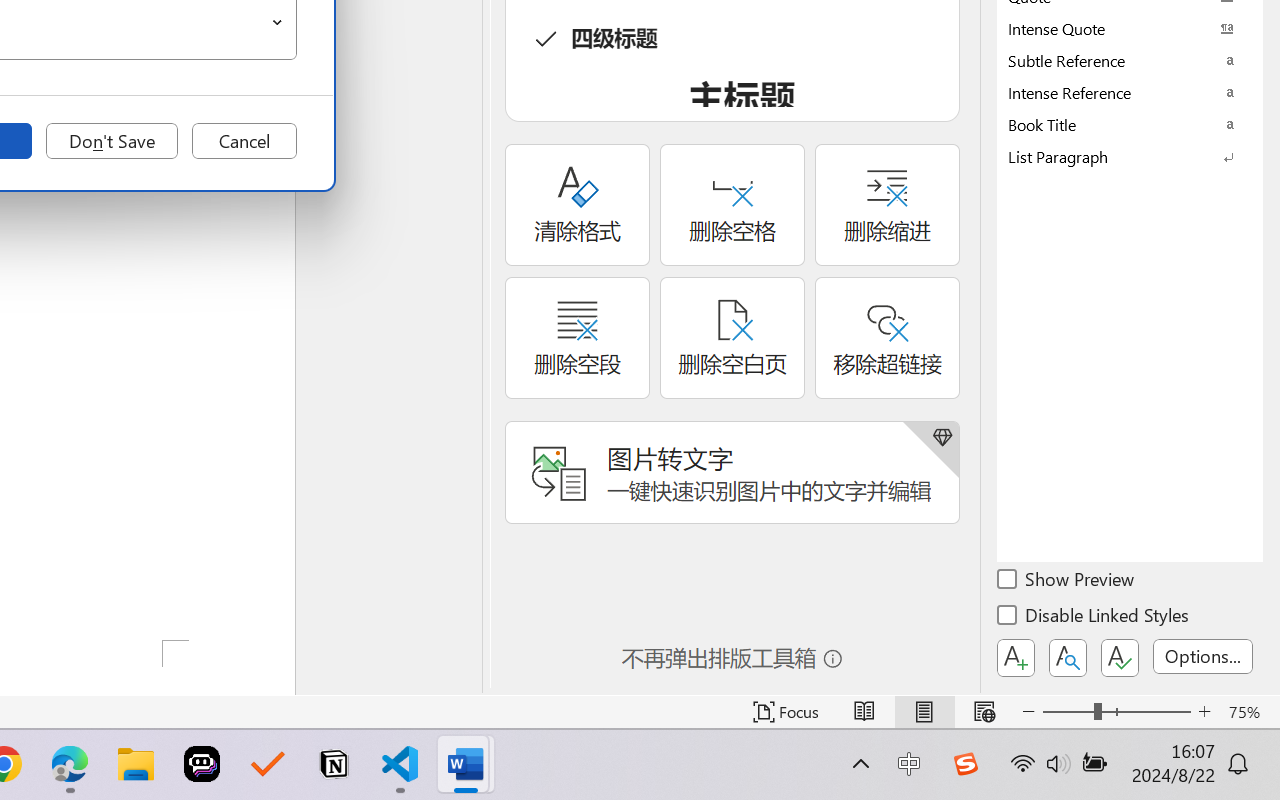  What do you see at coordinates (1130, 123) in the screenshot?
I see `'Book Title'` at bounding box center [1130, 123].